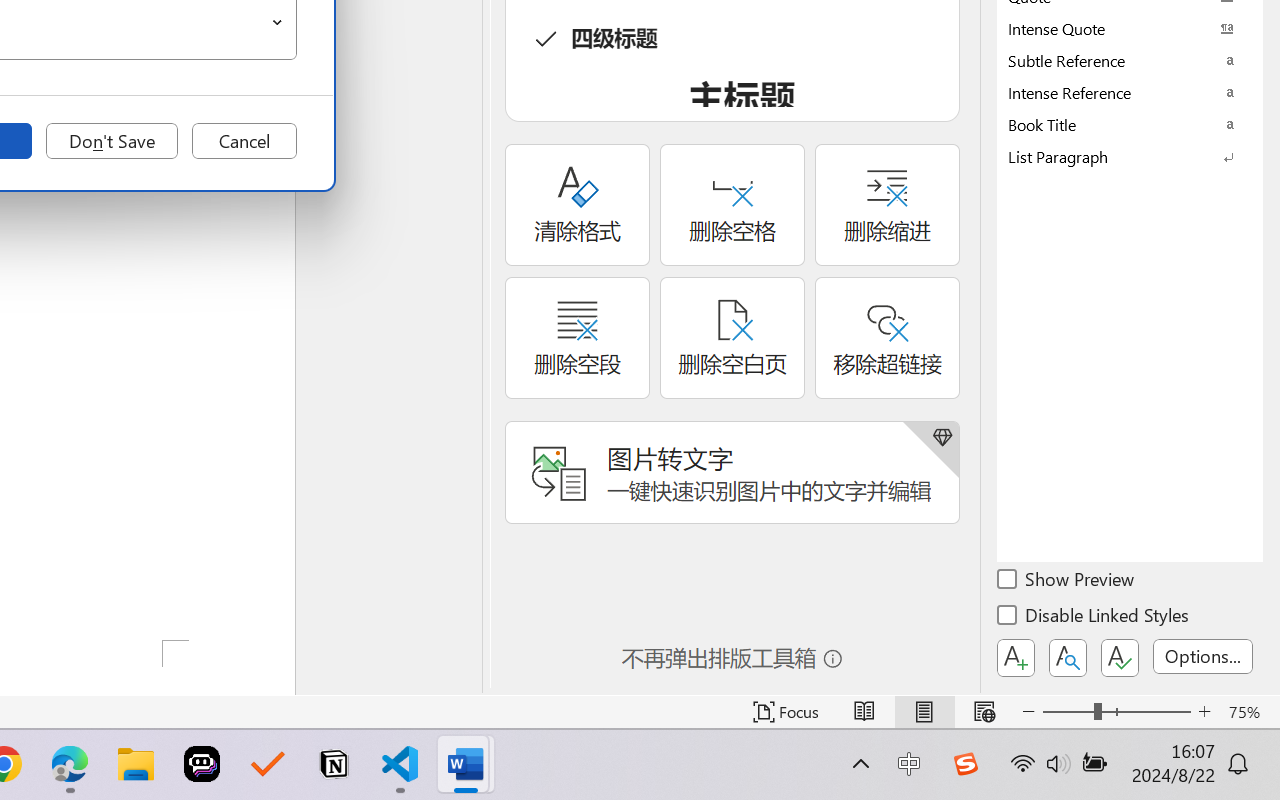  What do you see at coordinates (1130, 123) in the screenshot?
I see `'Book Title'` at bounding box center [1130, 123].